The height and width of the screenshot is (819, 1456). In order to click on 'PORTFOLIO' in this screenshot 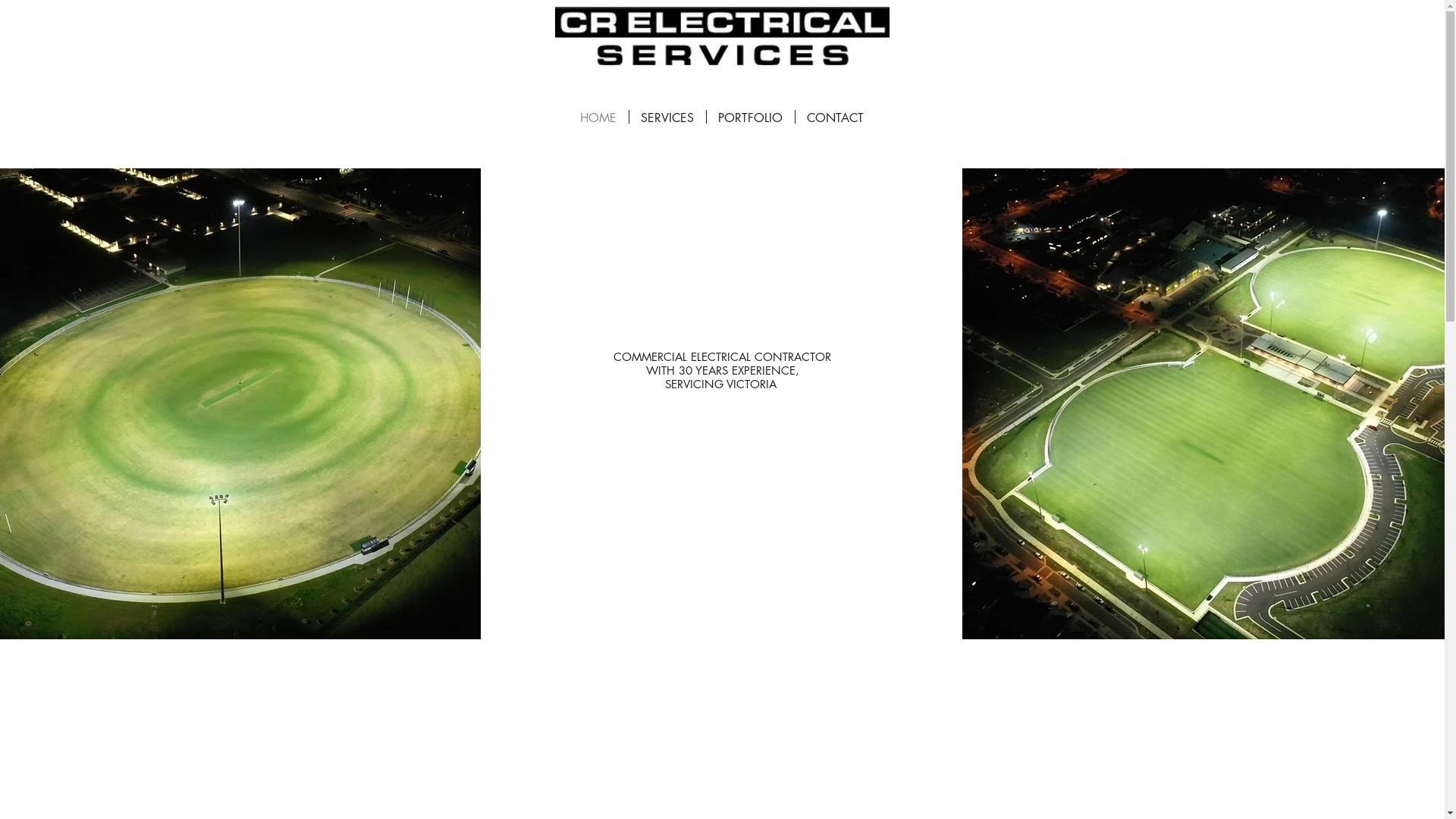, I will do `click(750, 116)`.